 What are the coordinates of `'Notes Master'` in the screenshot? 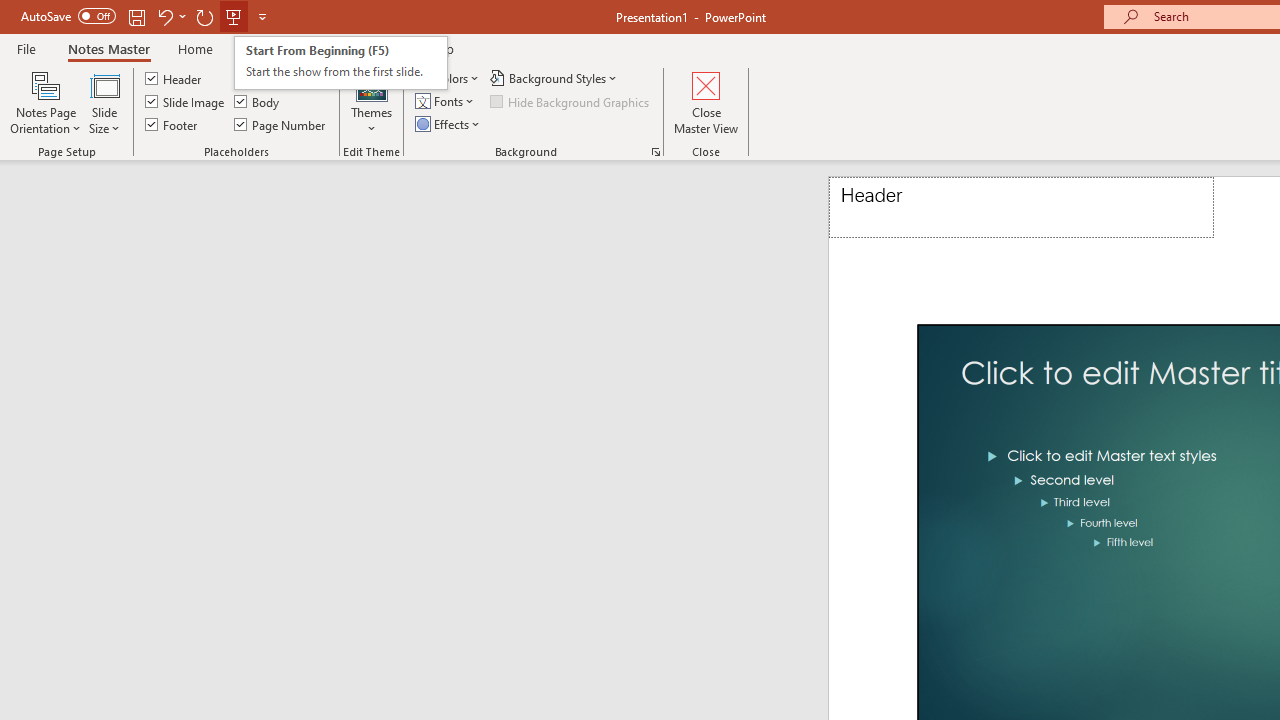 It's located at (107, 48).